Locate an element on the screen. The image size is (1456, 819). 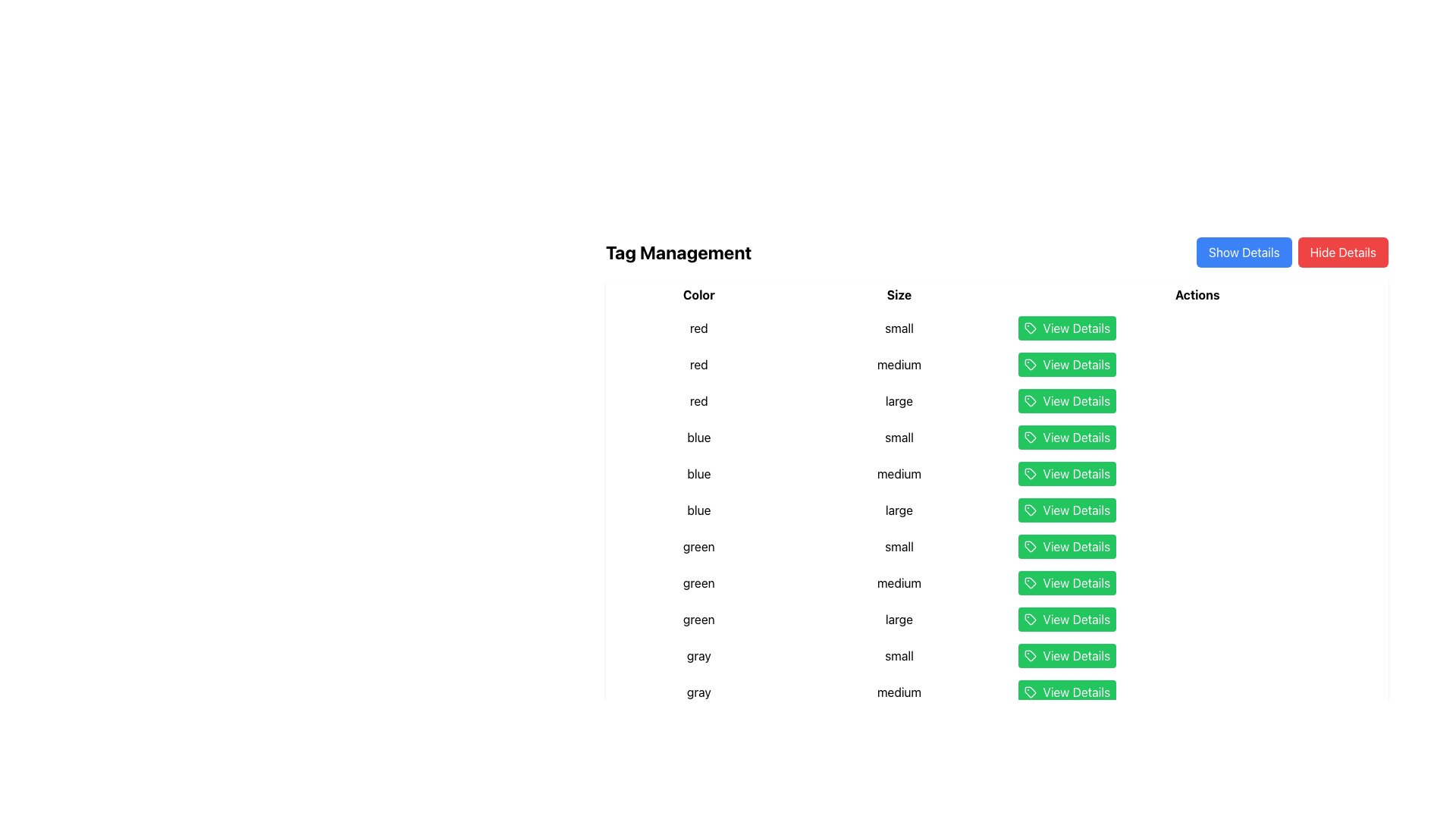
the icon that is the left part of the 'View Details' button in the 'Actions' column of the table, which is aligned to the left of the text label 'View Details' for a blue-colored item is located at coordinates (1031, 400).